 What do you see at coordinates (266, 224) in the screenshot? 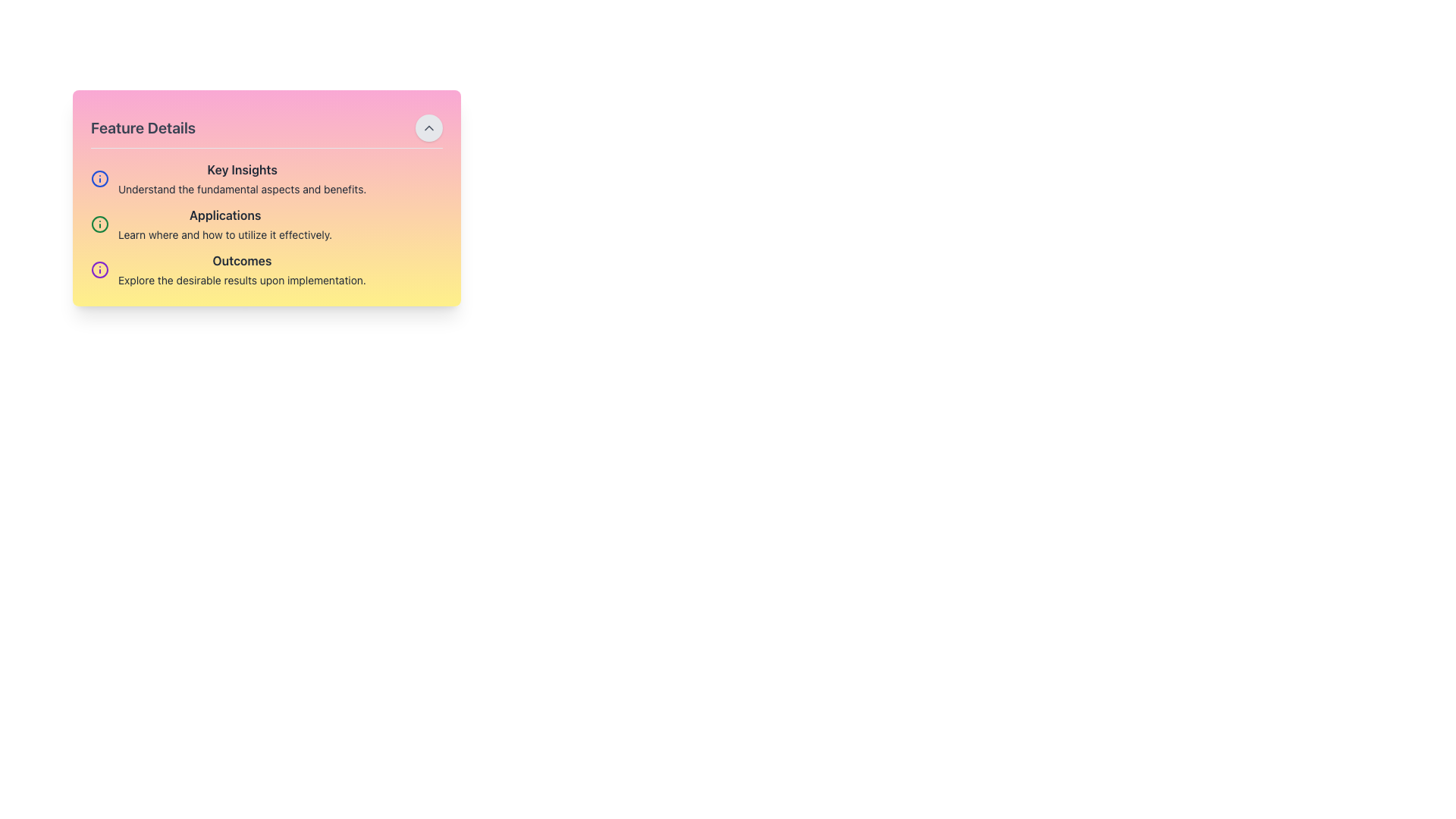
I see `information presented in the 'Applications' section, which includes the title and description about utilizing it effectively` at bounding box center [266, 224].